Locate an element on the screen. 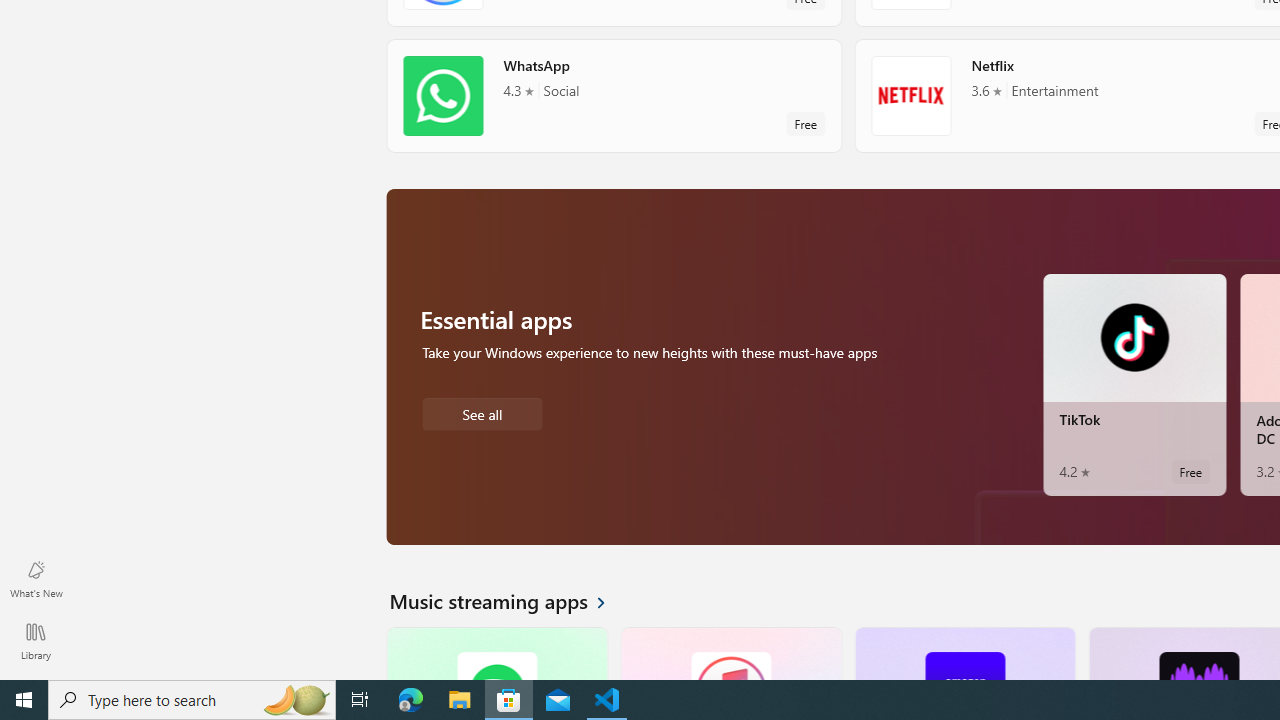 Image resolution: width=1280 pixels, height=720 pixels. 'TikTok. Average rating of 4.2 out of five stars. Free  ' is located at coordinates (1134, 384).